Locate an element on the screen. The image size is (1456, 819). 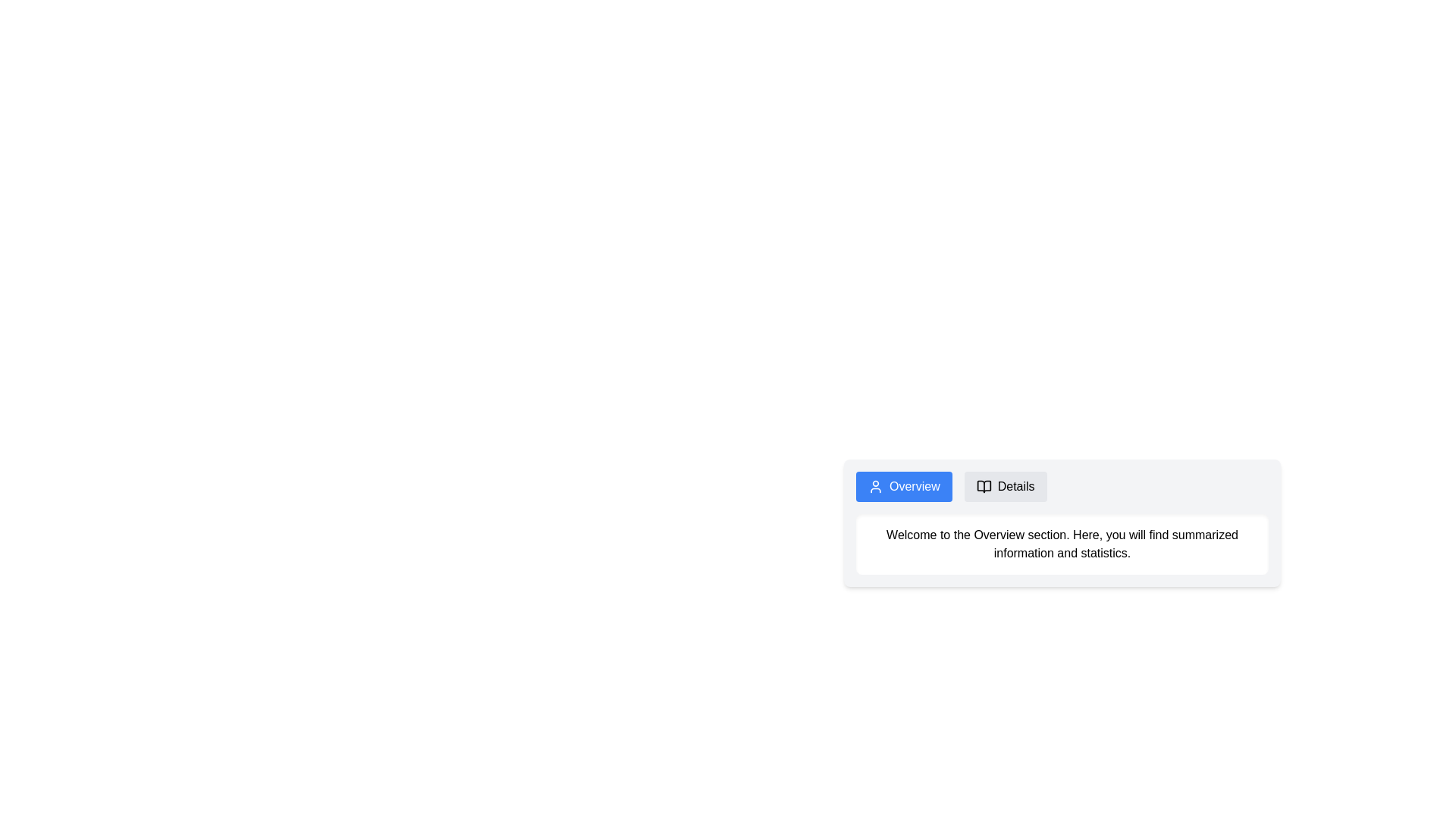
the 'Details' button, which is a rectangular button with a light gray background and an open book icon, located to the right of the 'Overview' button is located at coordinates (1006, 486).